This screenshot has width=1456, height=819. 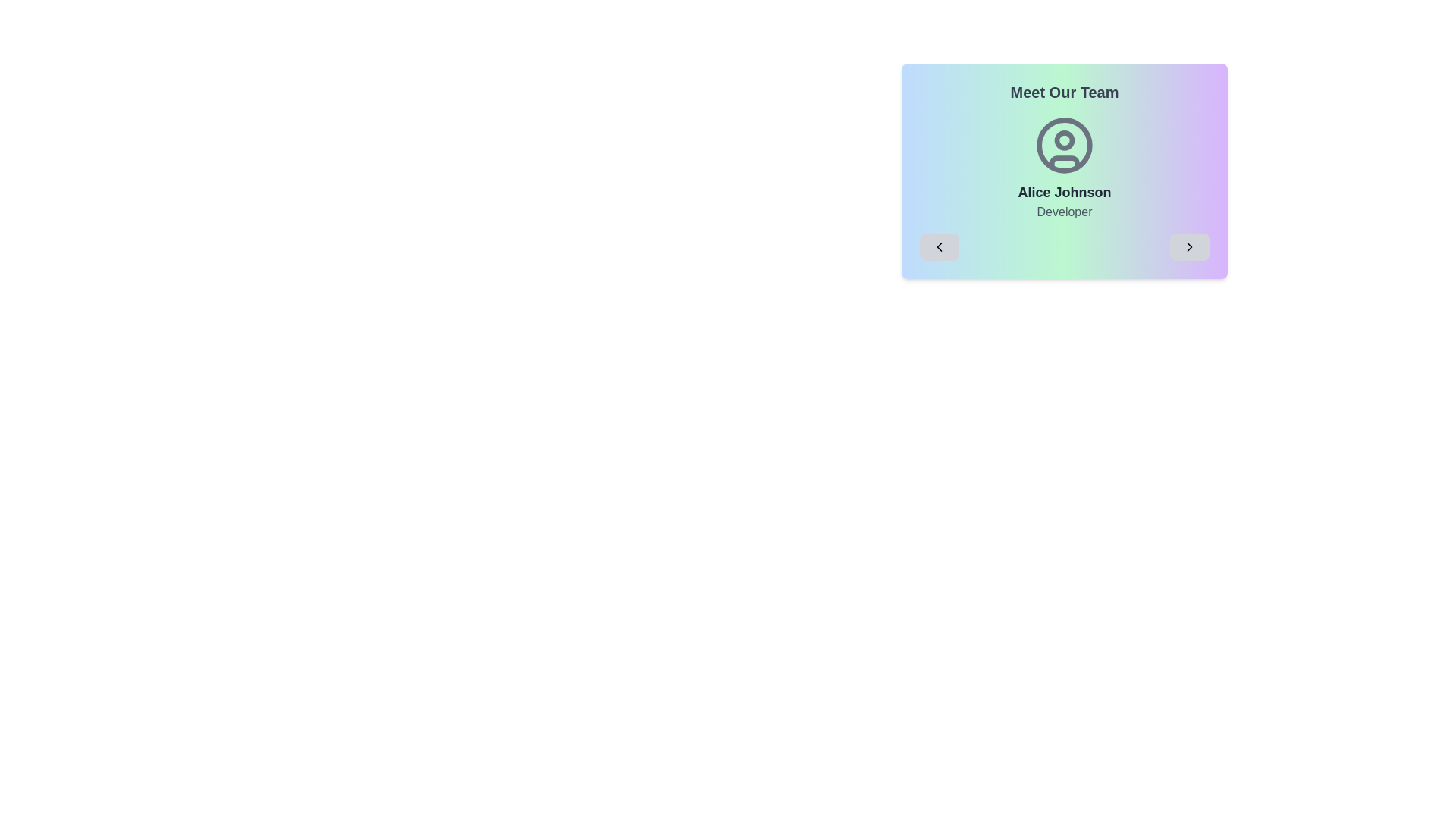 What do you see at coordinates (1063, 187) in the screenshot?
I see `the user profile component featuring a circular avatar icon, the name 'Alice Johnson', and the title 'Developer' located within the 'Meet Our Team' card layout` at bounding box center [1063, 187].